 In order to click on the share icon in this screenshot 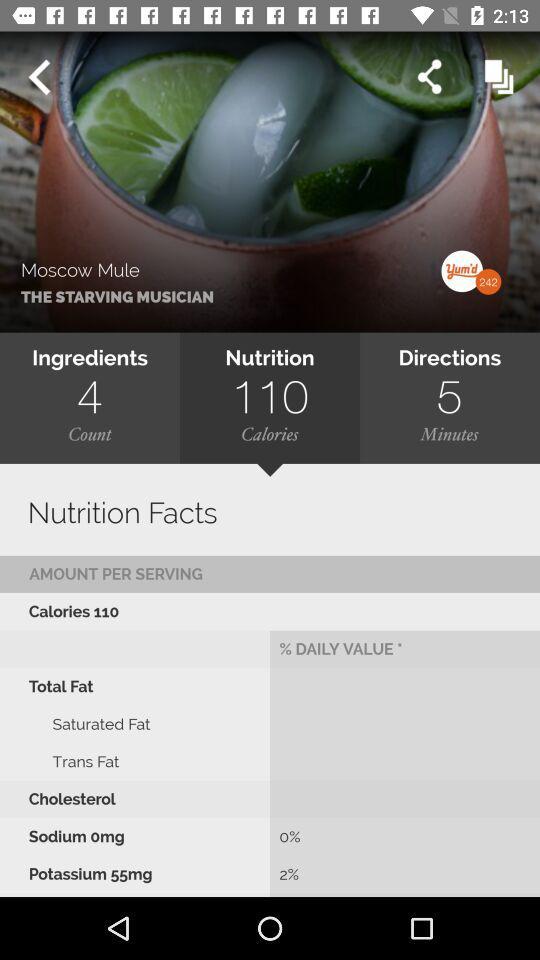, I will do `click(428, 77)`.